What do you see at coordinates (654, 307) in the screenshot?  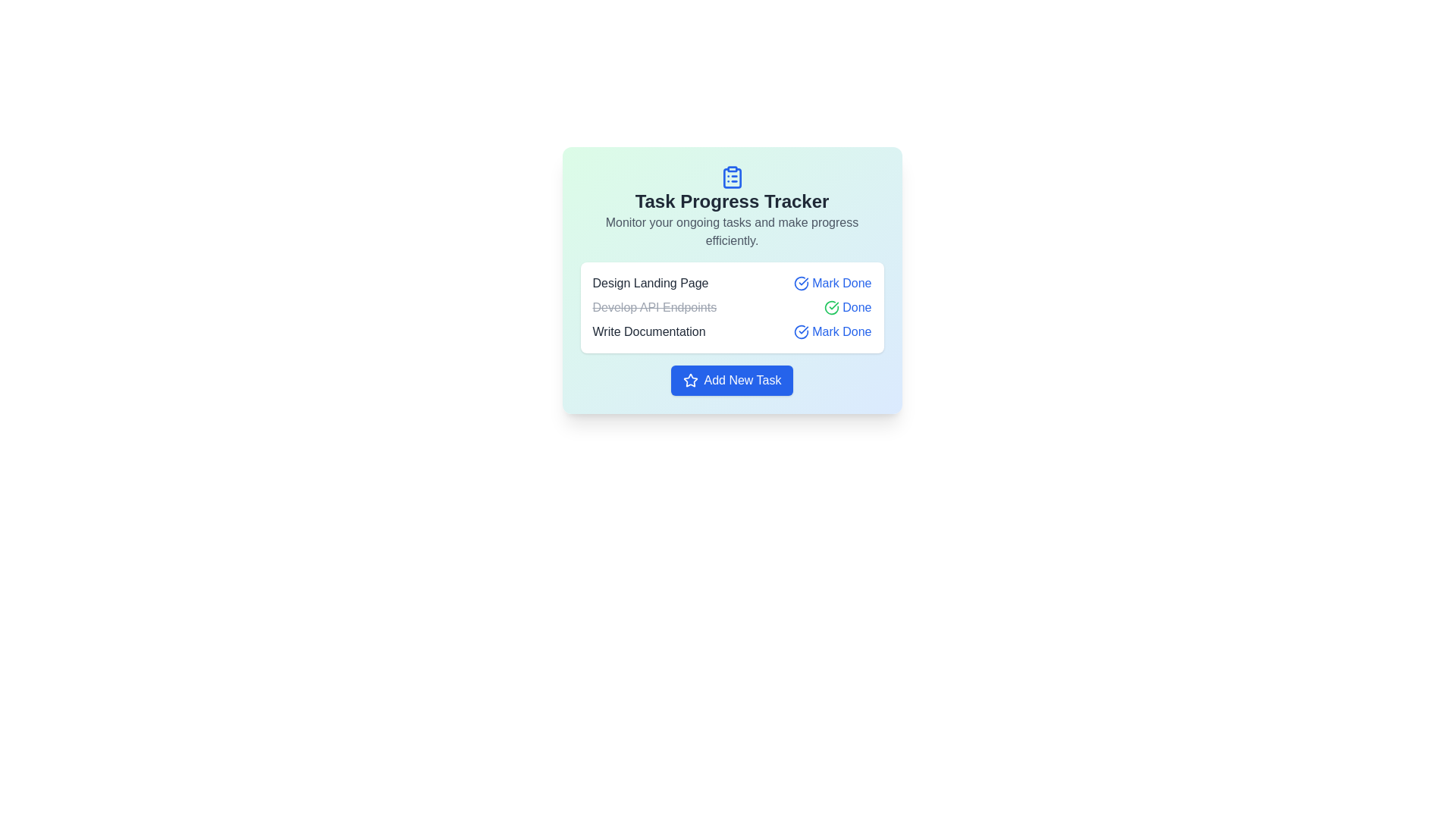 I see `the task name label in the second row of the task manager interface that displays the name of a completed task` at bounding box center [654, 307].